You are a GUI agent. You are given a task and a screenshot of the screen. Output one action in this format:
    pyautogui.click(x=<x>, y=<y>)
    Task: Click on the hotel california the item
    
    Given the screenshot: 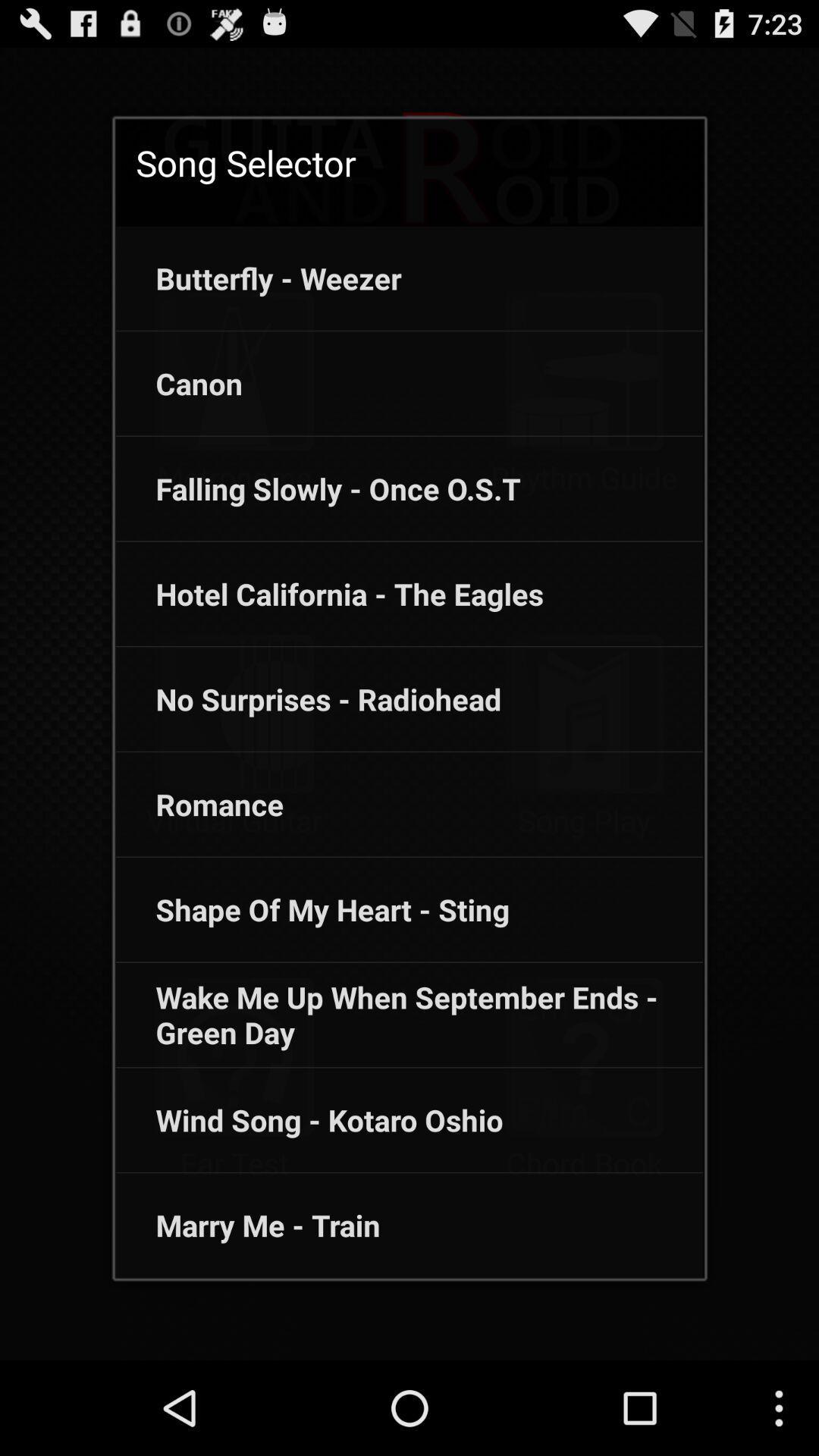 What is the action you would take?
    pyautogui.click(x=329, y=593)
    